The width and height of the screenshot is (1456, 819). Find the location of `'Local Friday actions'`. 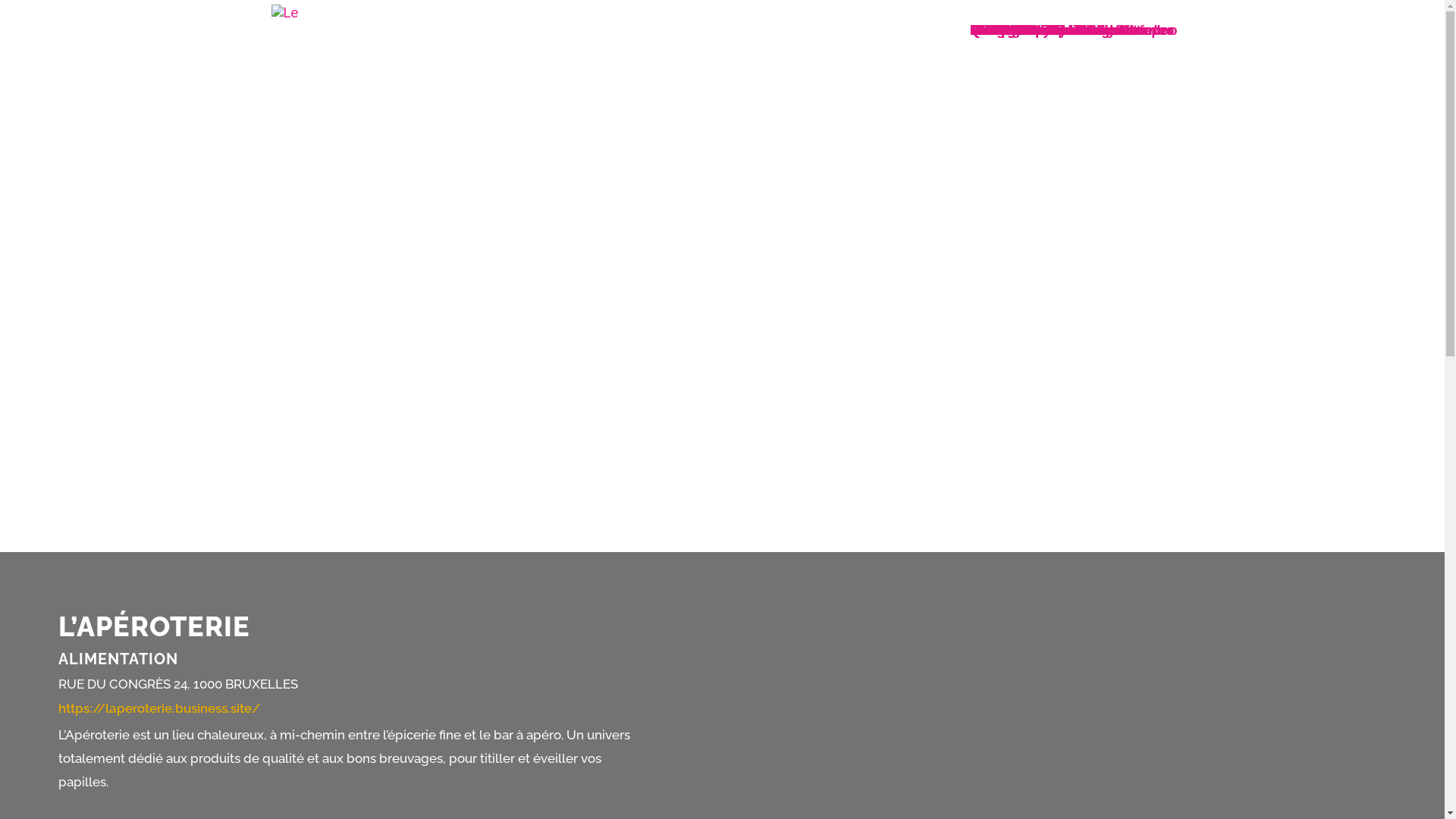

'Local Friday actions' is located at coordinates (968, 30).